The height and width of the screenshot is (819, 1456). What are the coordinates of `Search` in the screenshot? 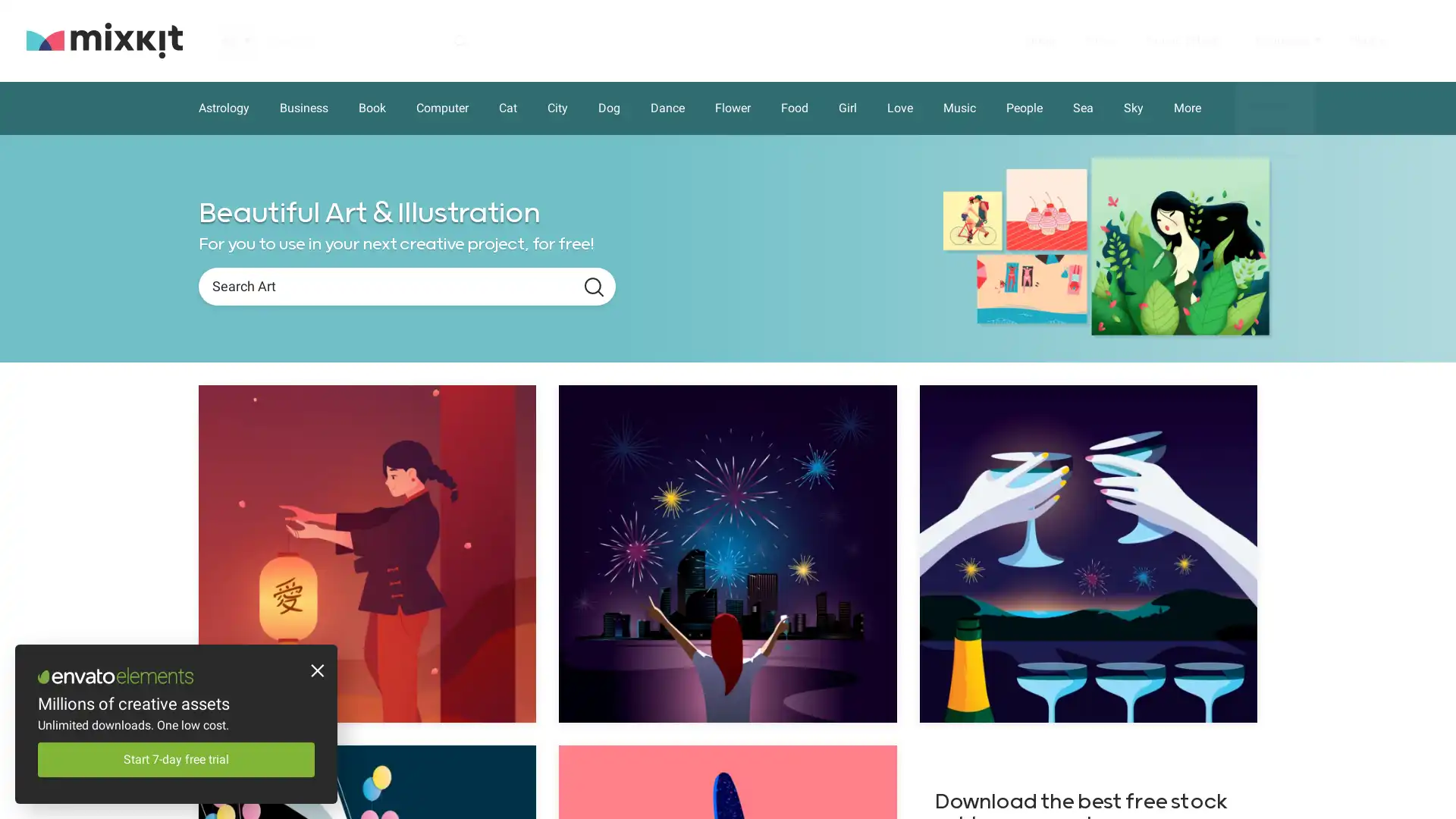 It's located at (593, 287).